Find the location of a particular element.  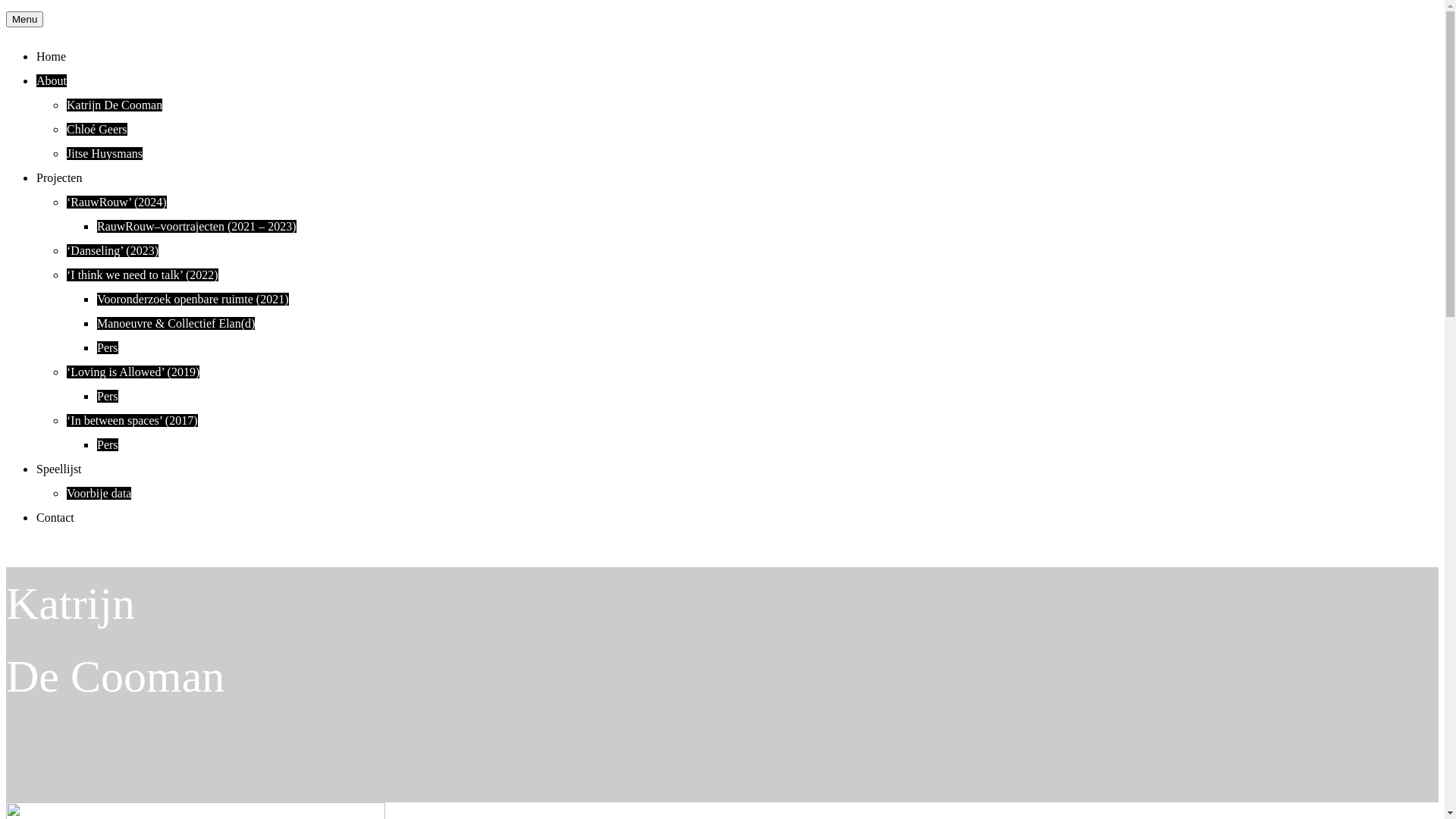

'Vooronderzoek openbare ruimte (2021)' is located at coordinates (96, 299).